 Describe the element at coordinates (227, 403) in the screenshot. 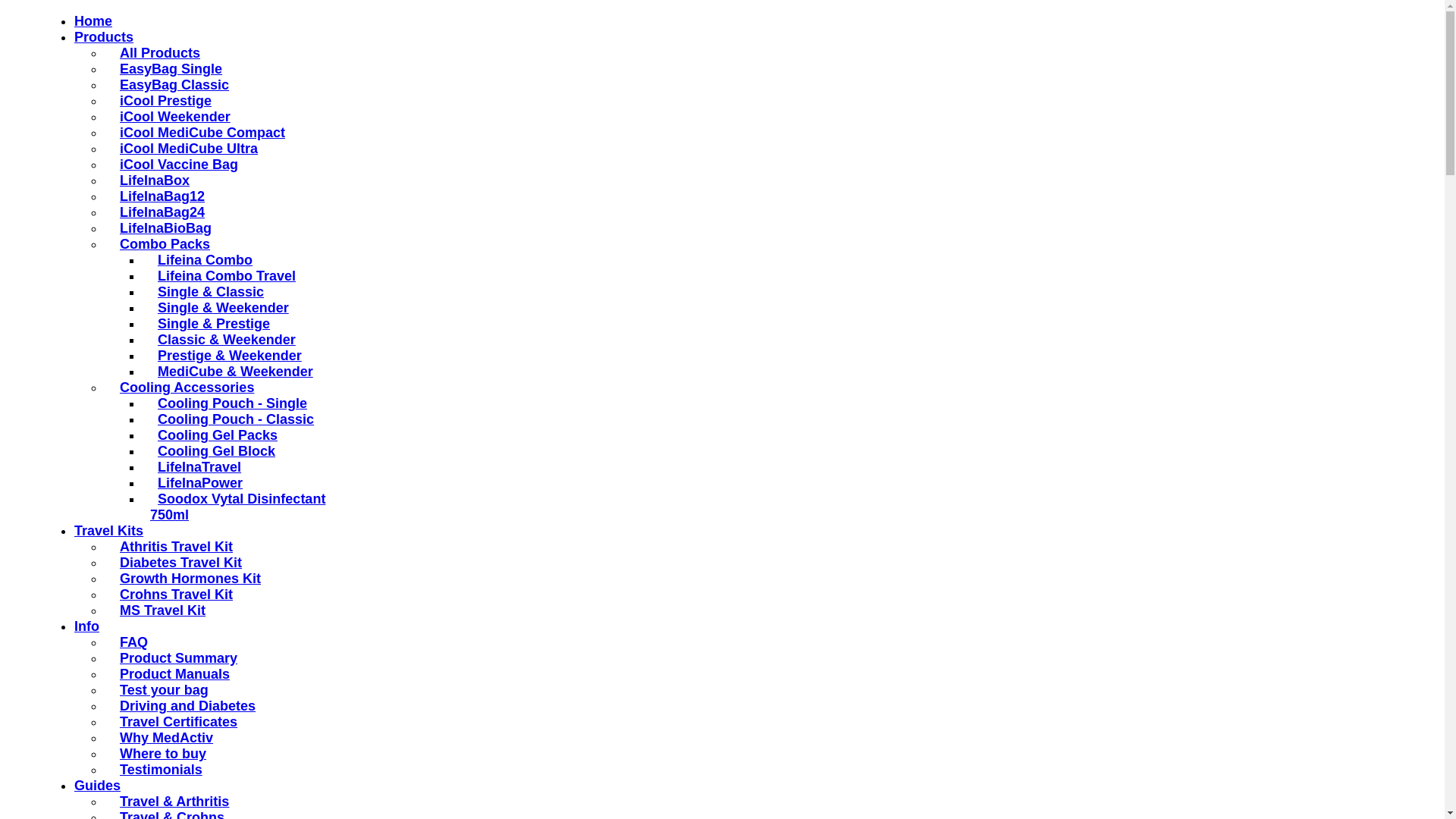

I see `'Cooling Pouch - Single'` at that location.